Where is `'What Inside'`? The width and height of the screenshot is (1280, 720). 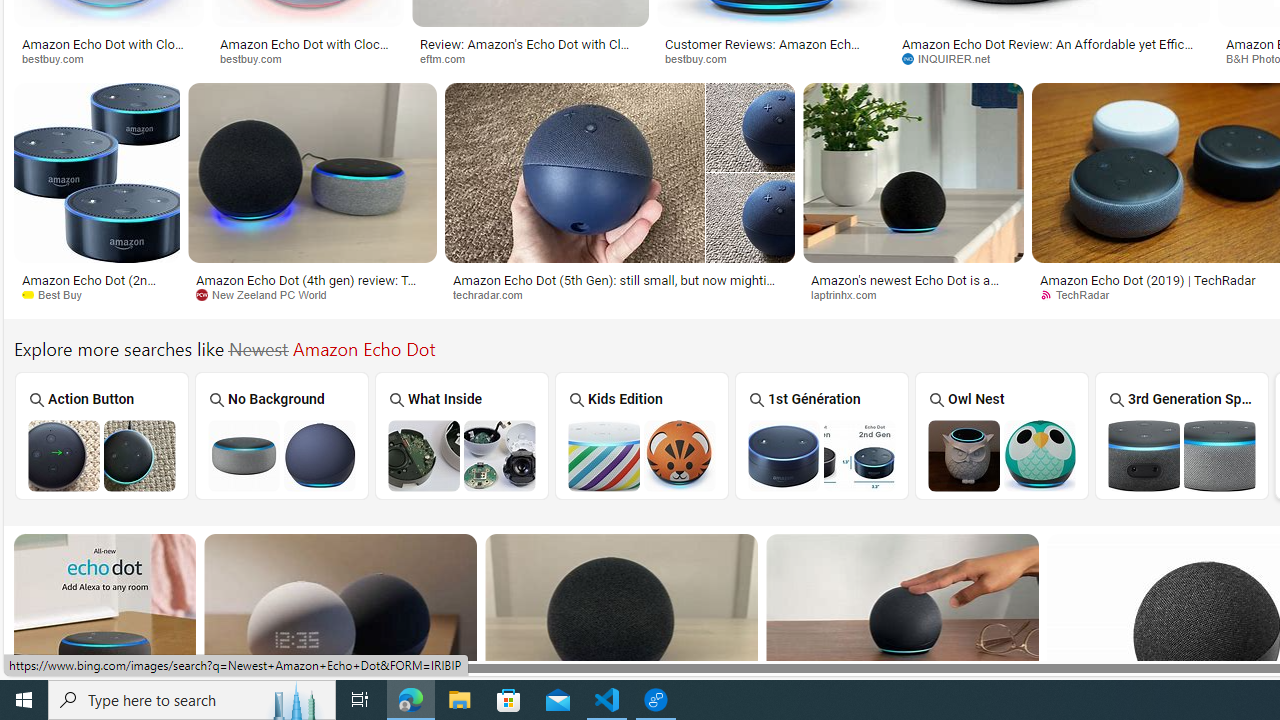
'What Inside' is located at coordinates (461, 434).